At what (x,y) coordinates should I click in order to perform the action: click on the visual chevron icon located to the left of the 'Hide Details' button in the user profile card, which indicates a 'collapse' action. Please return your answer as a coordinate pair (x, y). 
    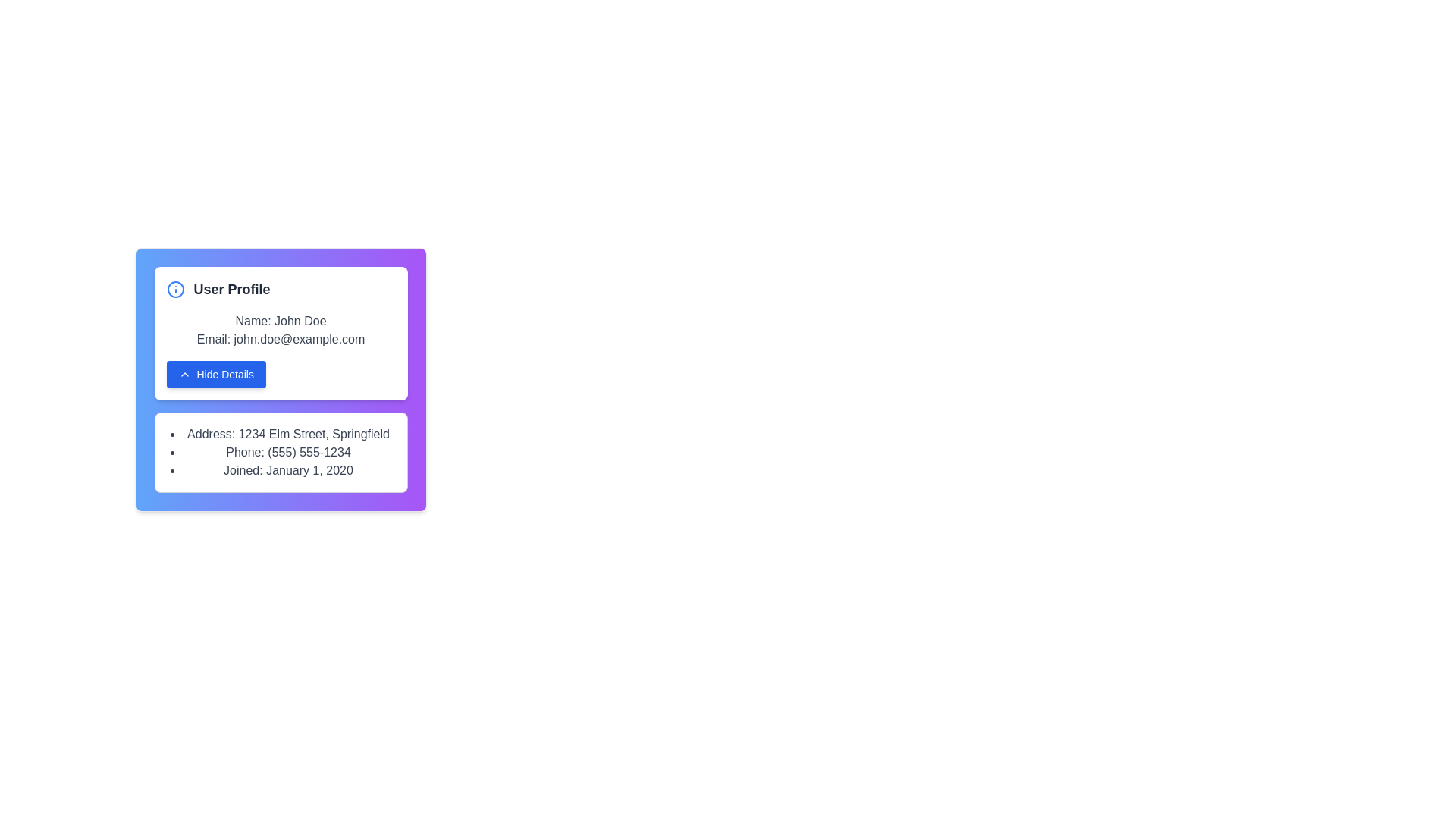
    Looking at the image, I should click on (184, 374).